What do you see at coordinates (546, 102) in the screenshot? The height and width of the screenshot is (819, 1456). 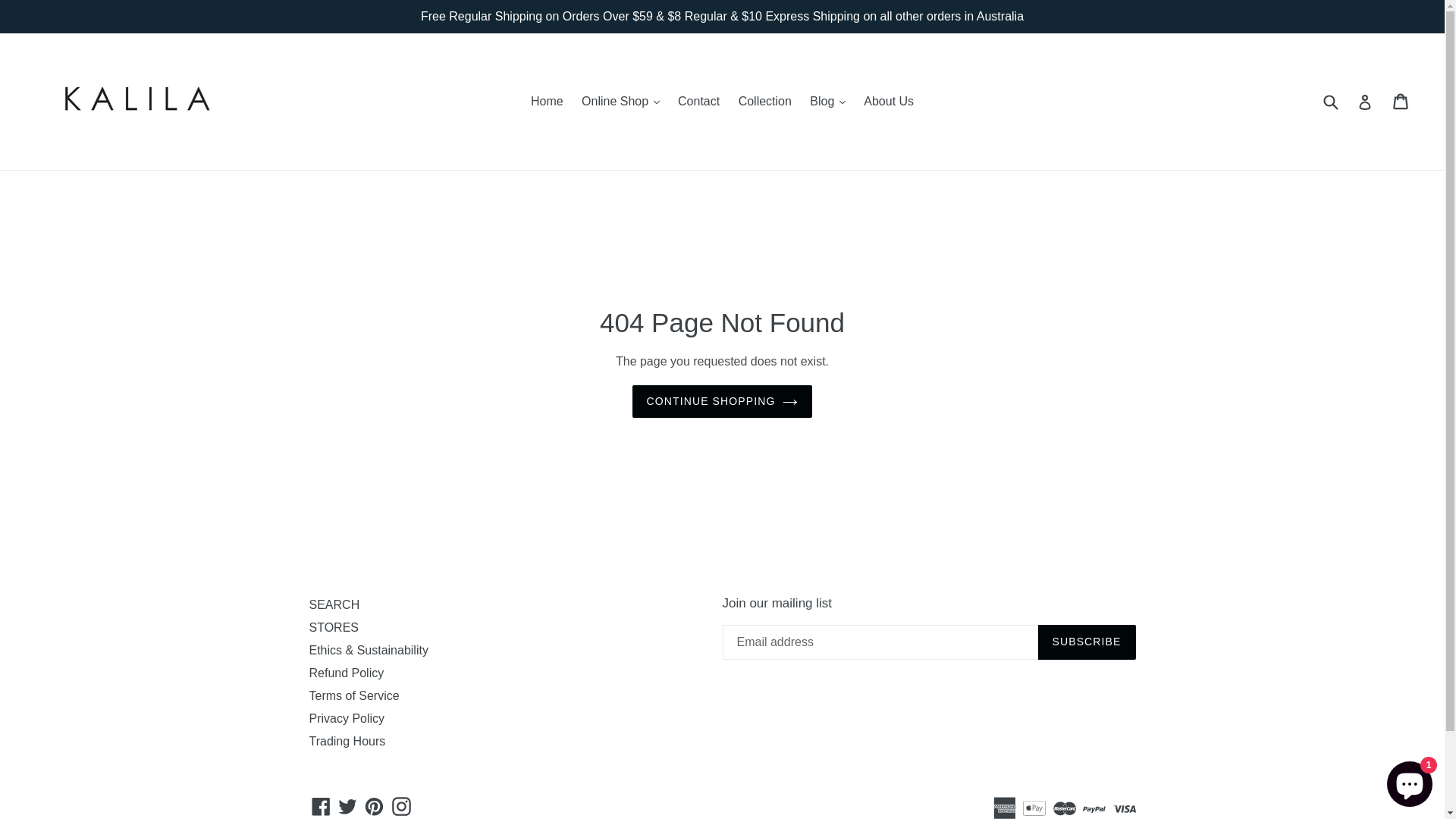 I see `'Home'` at bounding box center [546, 102].